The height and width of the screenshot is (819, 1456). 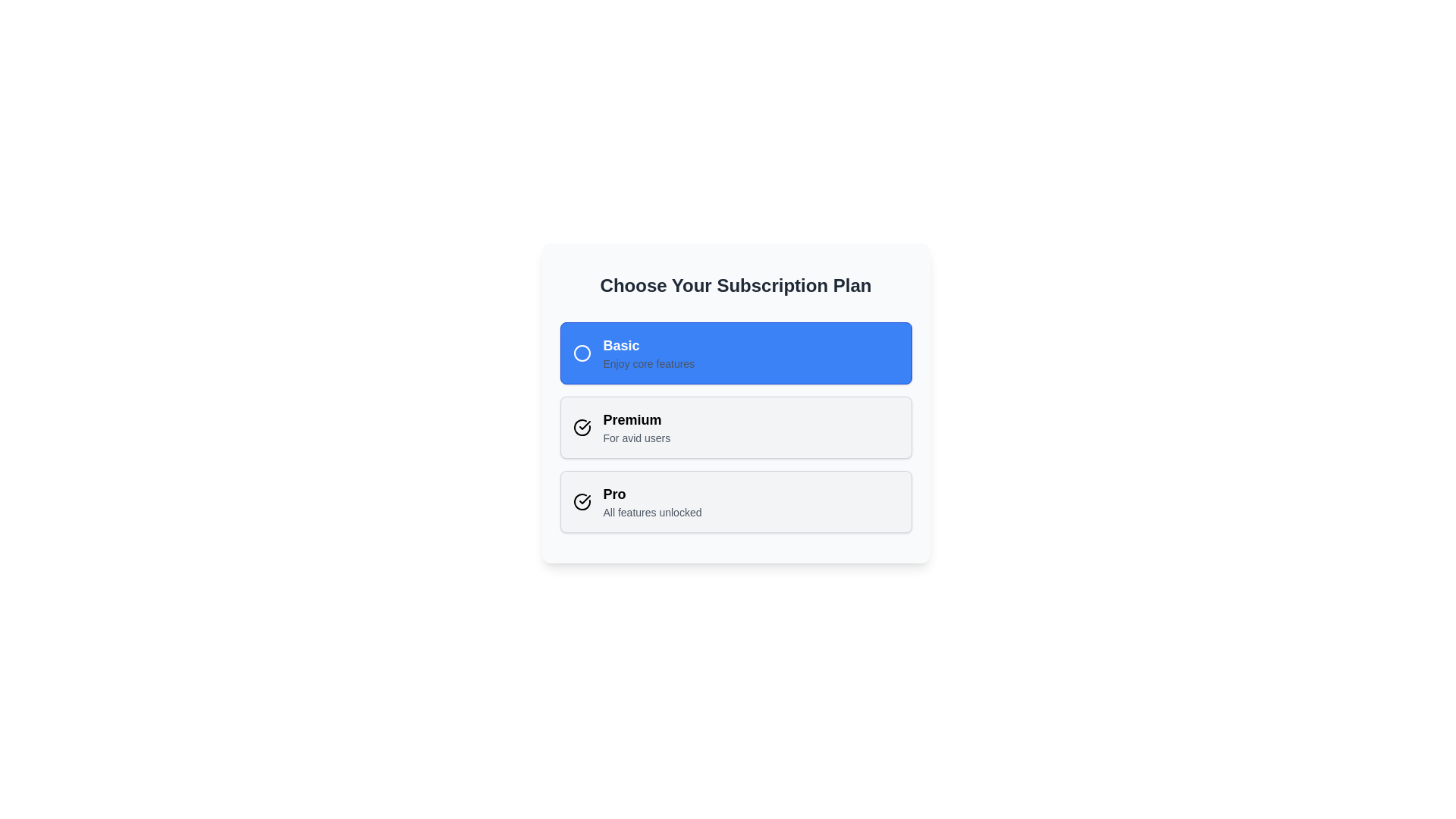 What do you see at coordinates (636, 438) in the screenshot?
I see `the text label providing a secondary description for the 'Premium' subscription plan, which is located under the 'Premium' label in the subscription plan selection layout` at bounding box center [636, 438].